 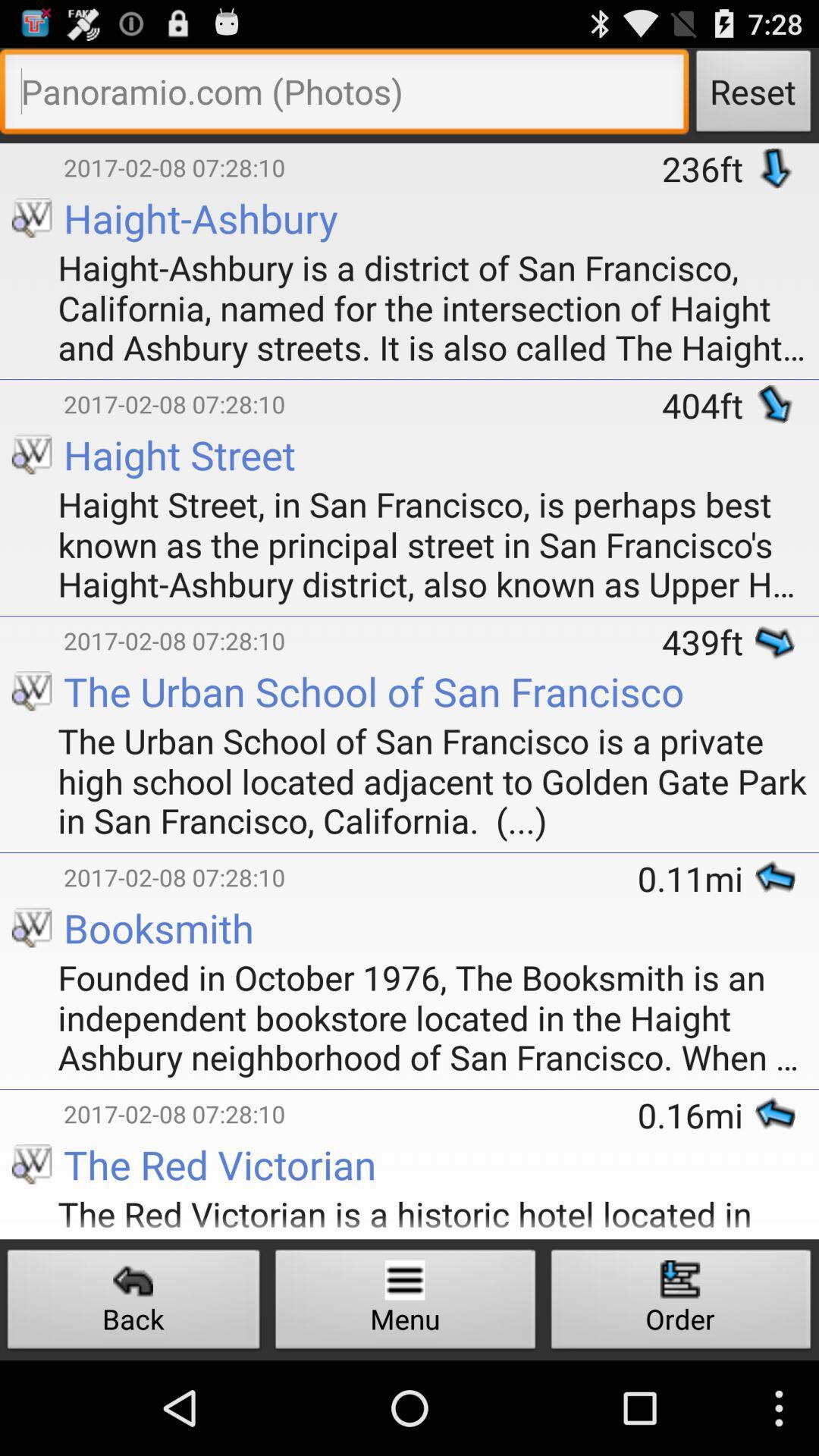 I want to click on the icon next to haight ashbury is, so click(x=14, y=246).